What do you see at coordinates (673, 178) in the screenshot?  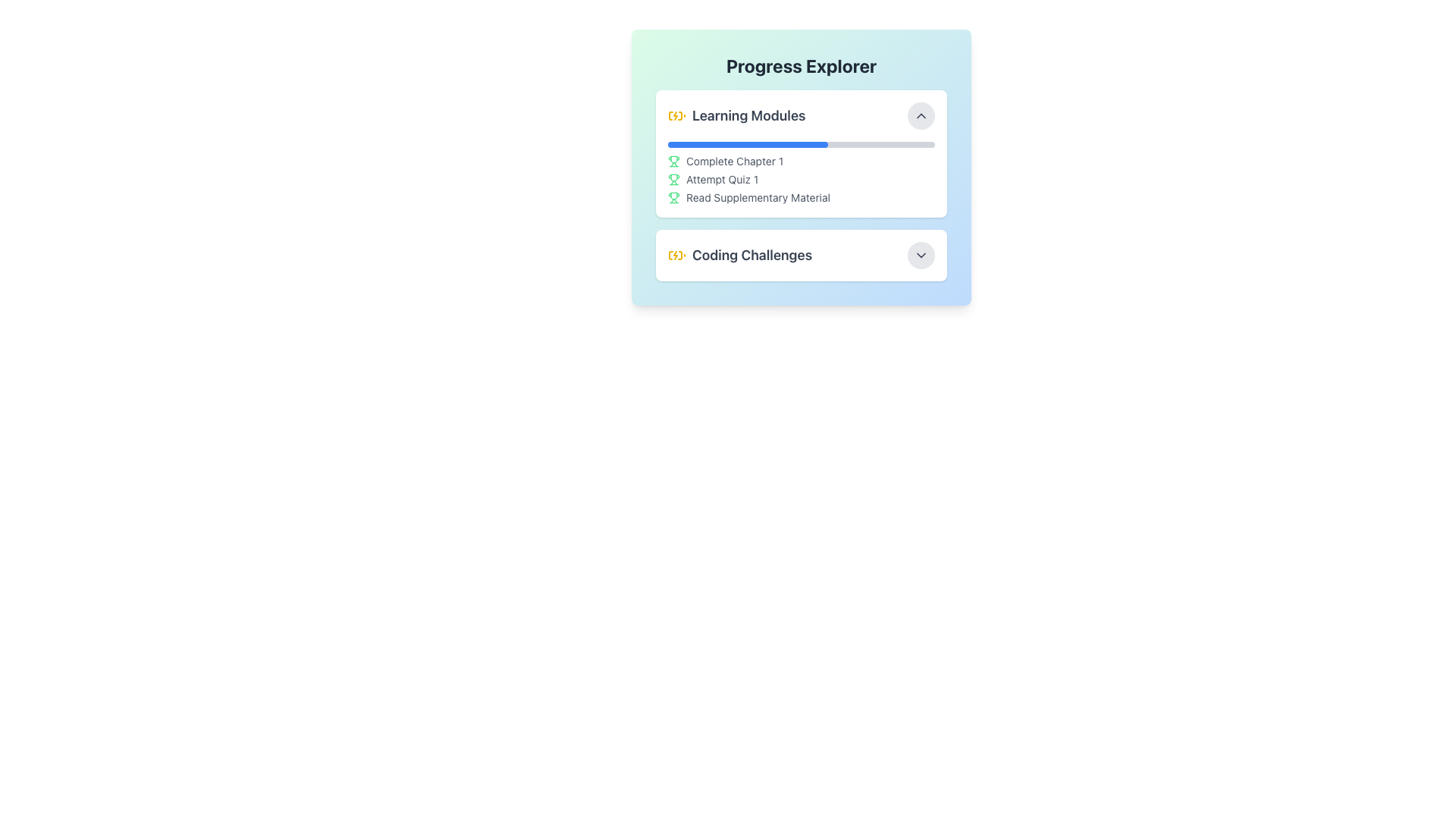 I see `the green trophy icon located to the left of the text 'Attempt Quiz 1' in the 'Learning Modules' section of the 'Progress Explorer' interface for additional information` at bounding box center [673, 178].